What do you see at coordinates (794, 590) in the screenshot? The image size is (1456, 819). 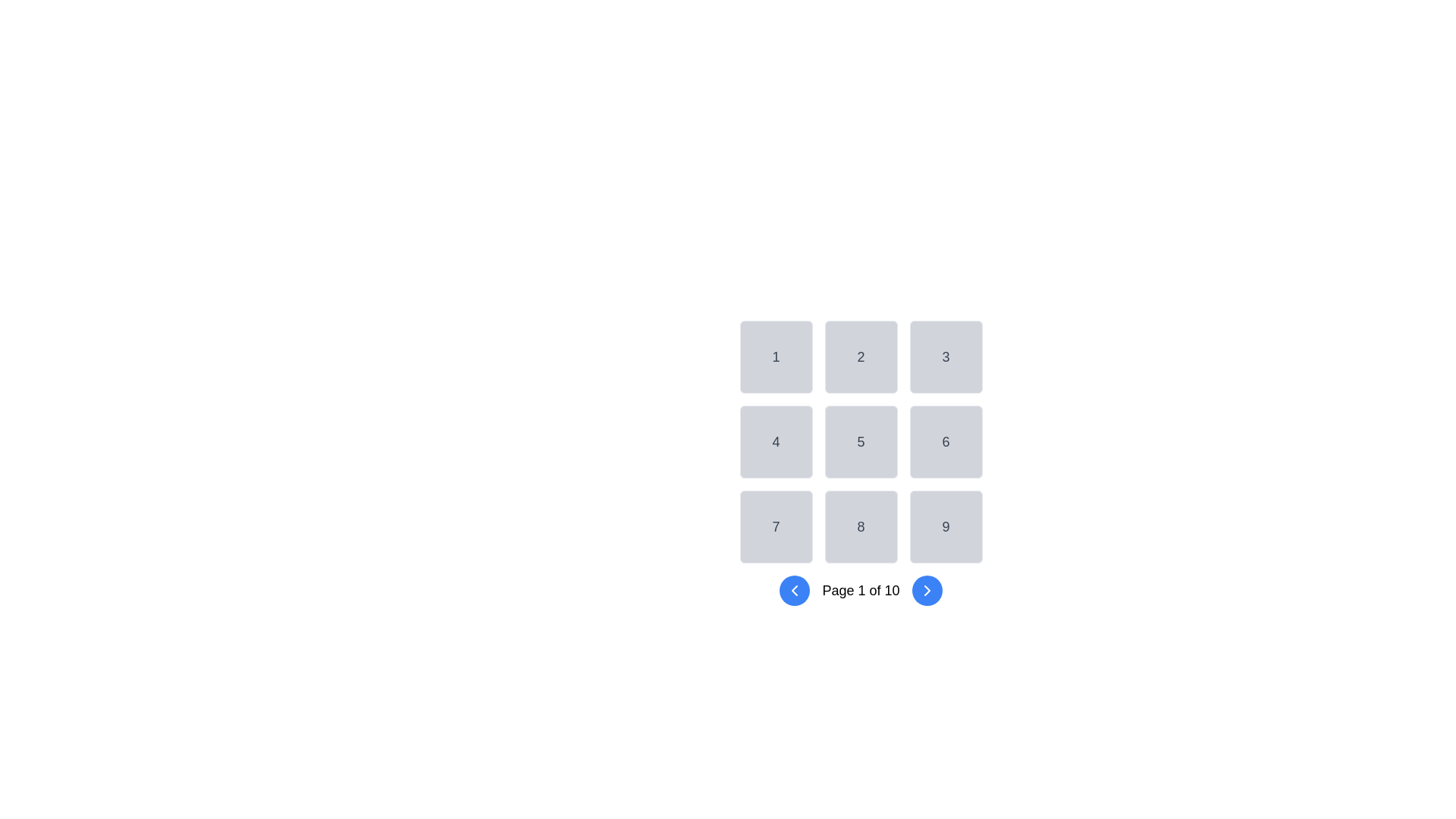 I see `the interactive navigational arrow icon component inside the circular blue button located at the bottom left of the pagination section` at bounding box center [794, 590].